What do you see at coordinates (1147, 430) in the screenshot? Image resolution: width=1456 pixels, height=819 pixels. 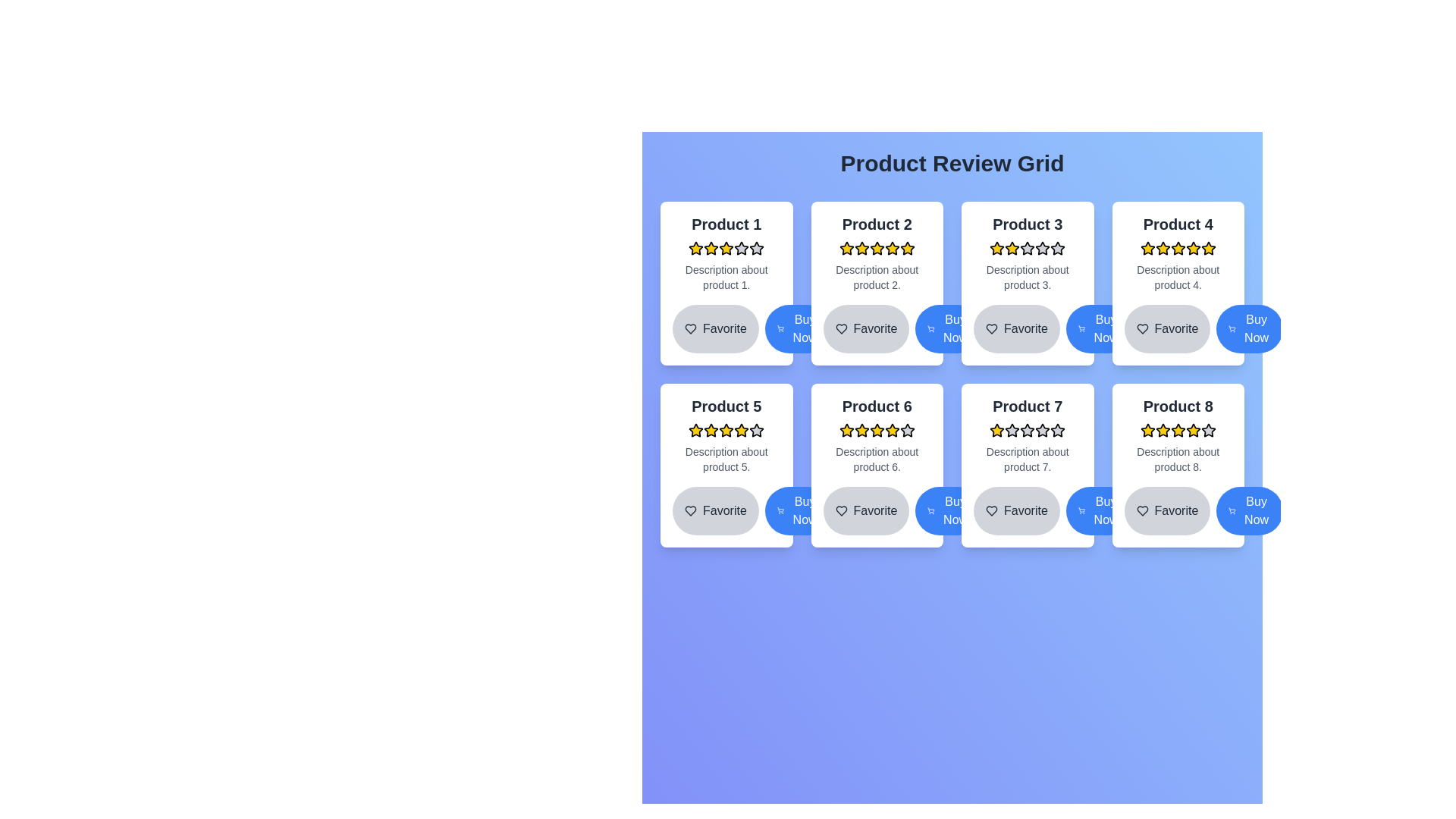 I see `the second star icon in the rating bar for Product 8, which is styled as a yellow star with a stroke outline, to interact with it` at bounding box center [1147, 430].